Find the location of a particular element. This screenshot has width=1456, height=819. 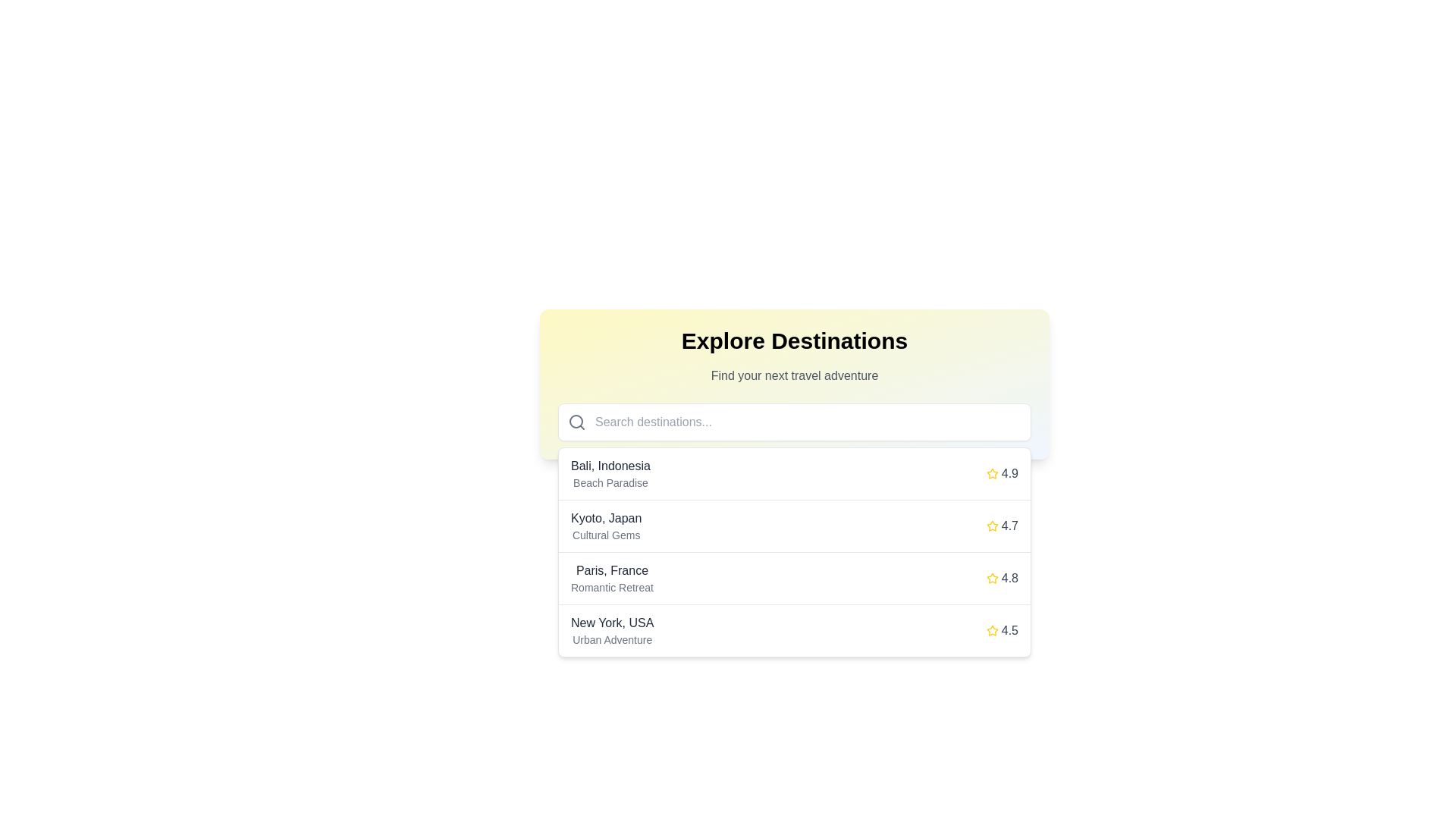

design of the Rating display for 'Bali, Indonesia - Beach Paradise', which features a yellow star icon and the text '4.9' is located at coordinates (1002, 472).